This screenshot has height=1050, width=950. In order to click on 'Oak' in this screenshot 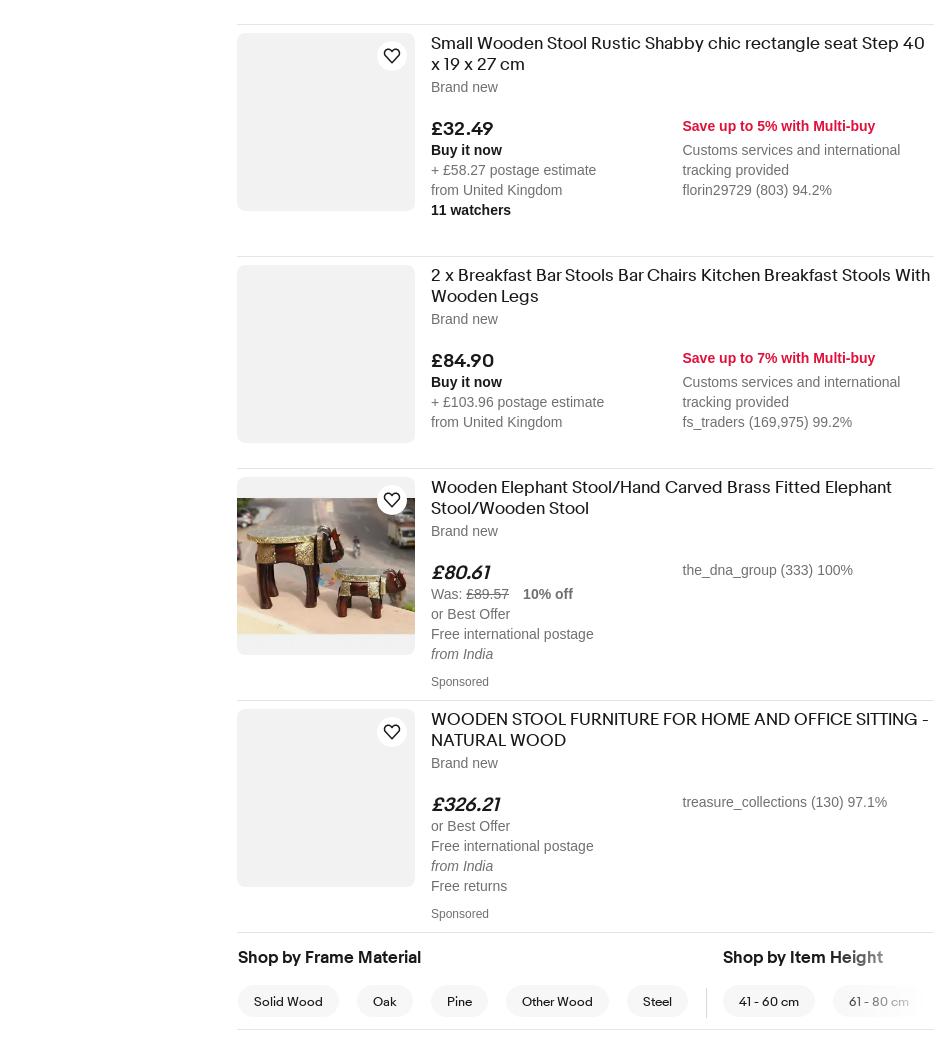, I will do `click(384, 1000)`.